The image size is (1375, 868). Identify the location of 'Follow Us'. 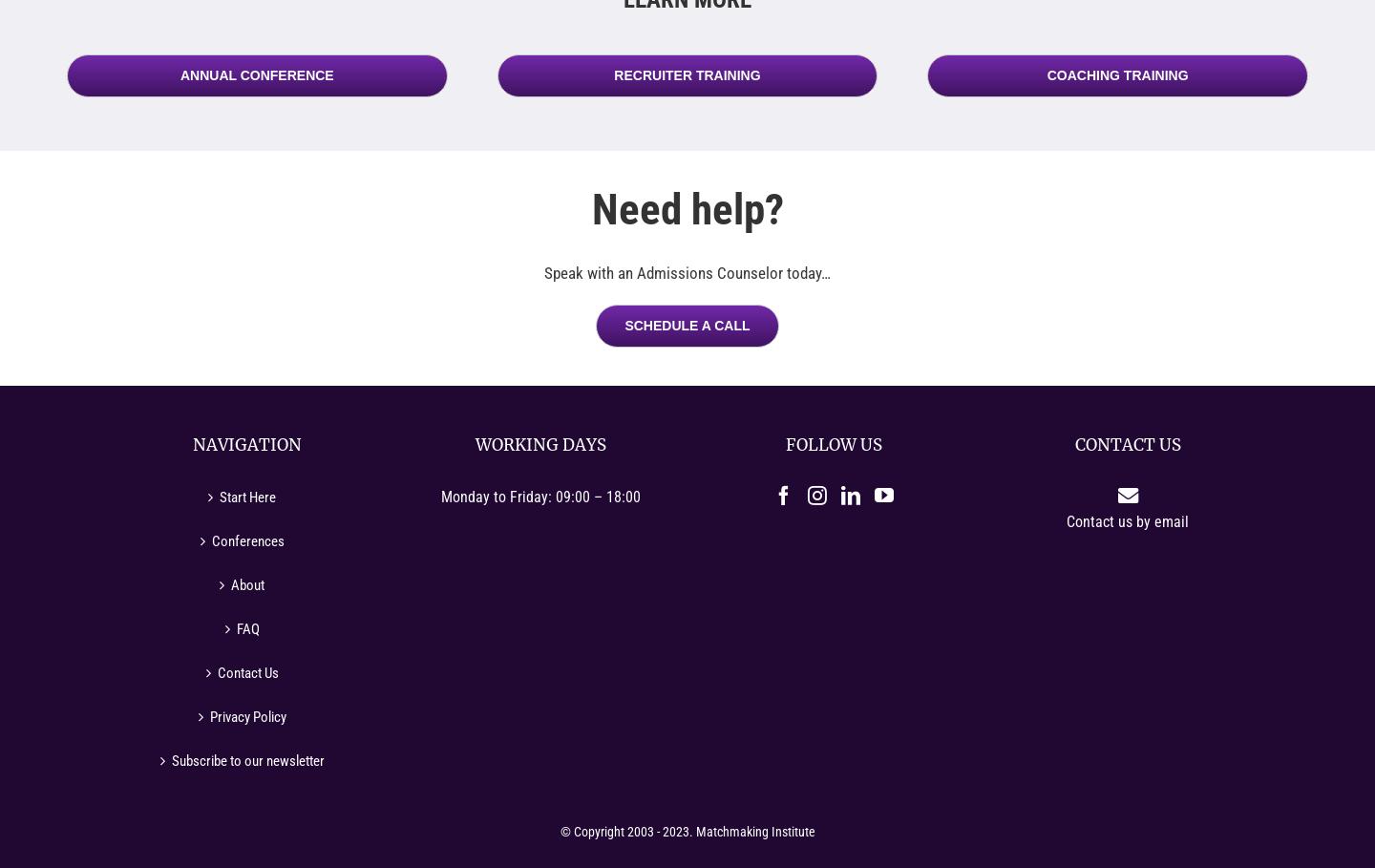
(833, 445).